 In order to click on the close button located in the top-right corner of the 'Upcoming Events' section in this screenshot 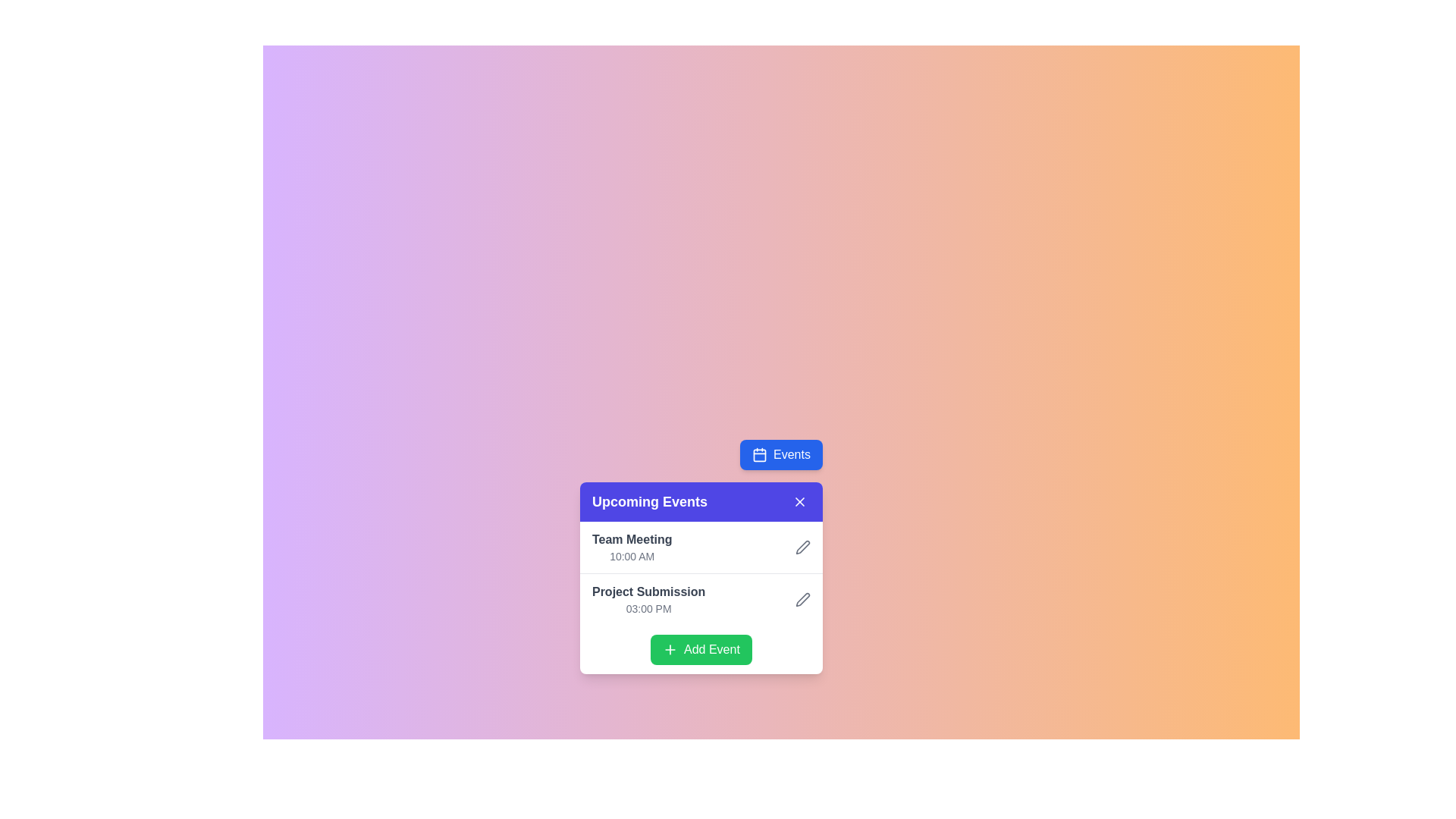, I will do `click(799, 502)`.